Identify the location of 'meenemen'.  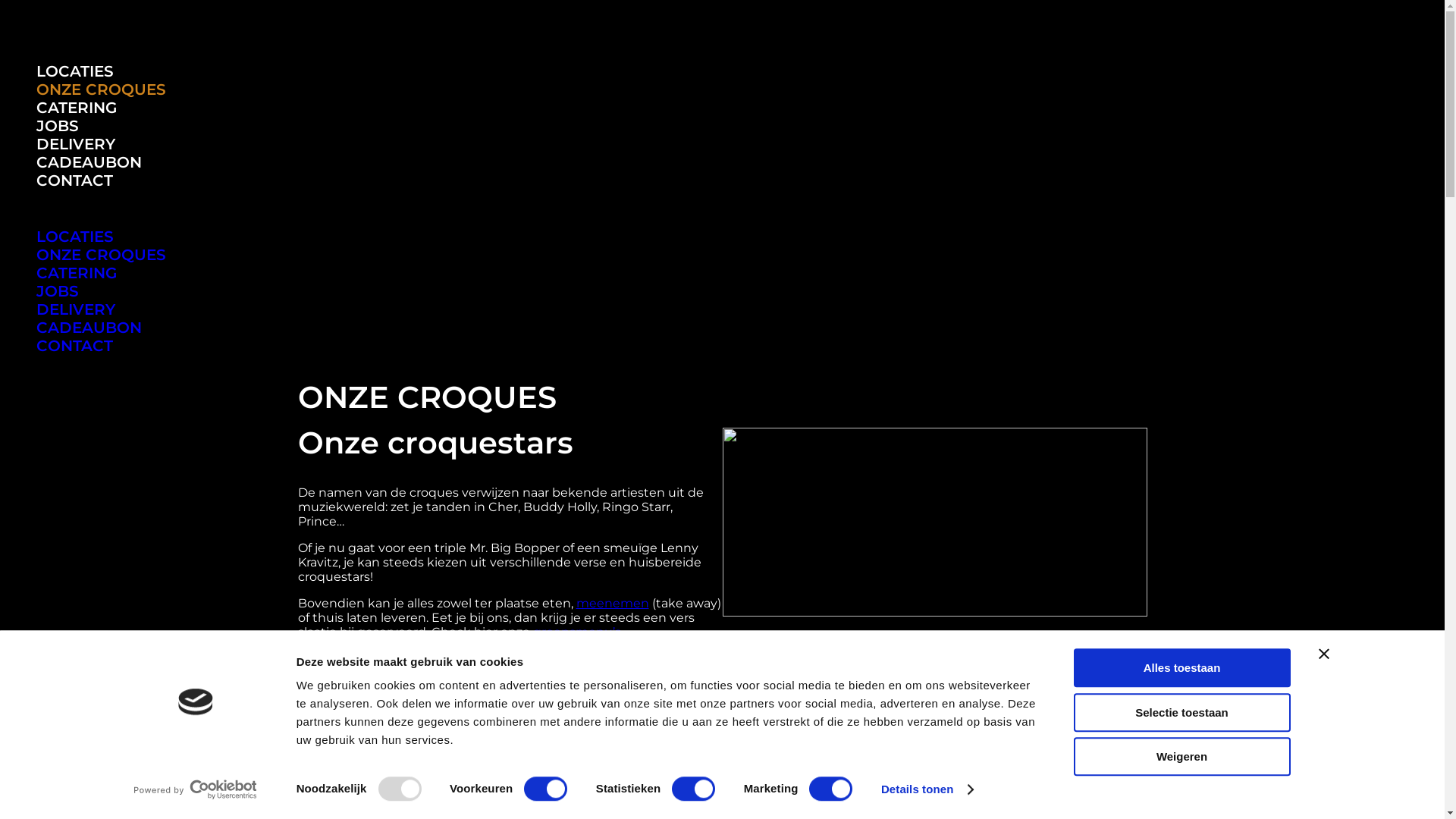
(612, 602).